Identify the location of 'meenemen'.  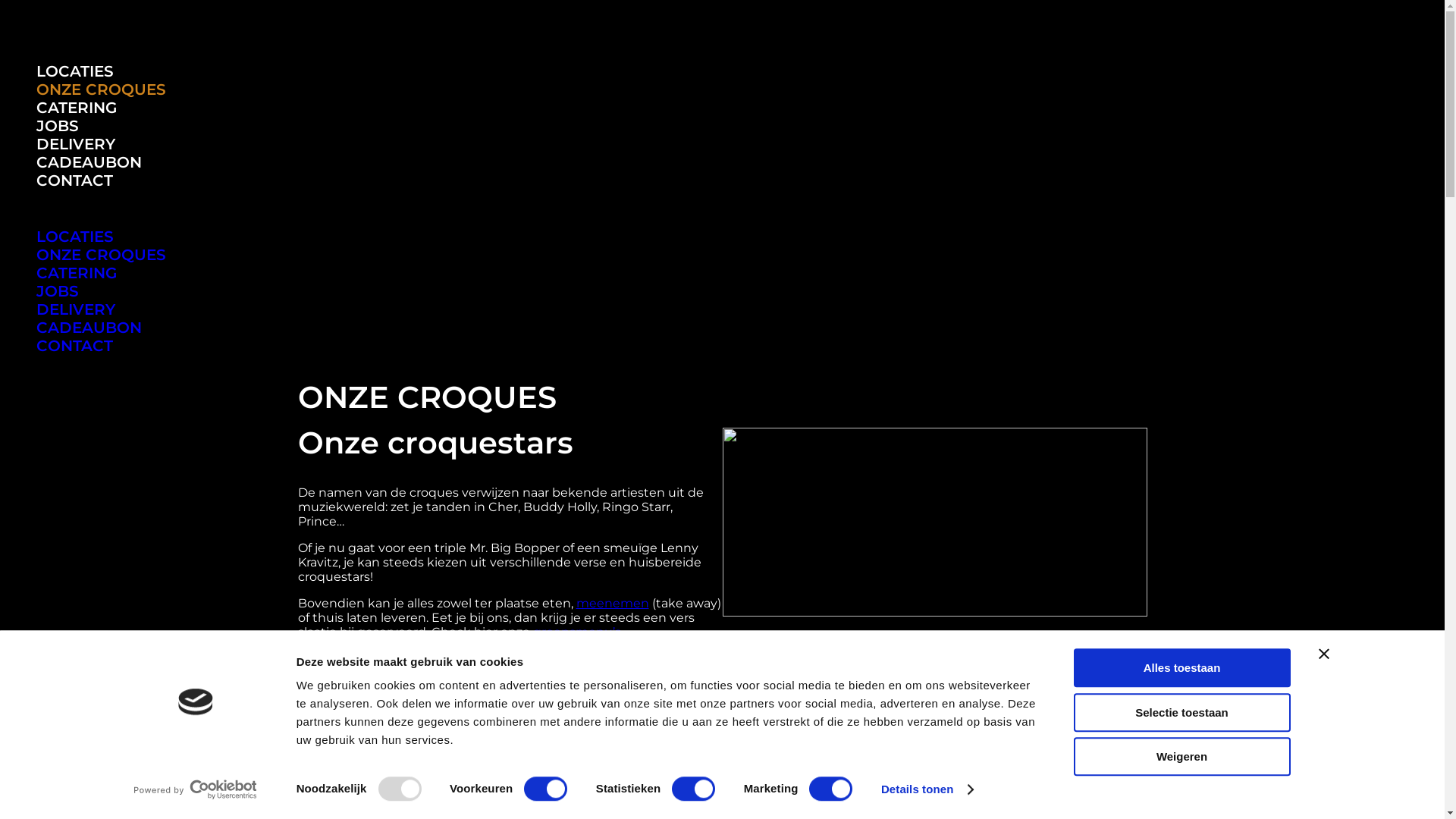
(612, 602).